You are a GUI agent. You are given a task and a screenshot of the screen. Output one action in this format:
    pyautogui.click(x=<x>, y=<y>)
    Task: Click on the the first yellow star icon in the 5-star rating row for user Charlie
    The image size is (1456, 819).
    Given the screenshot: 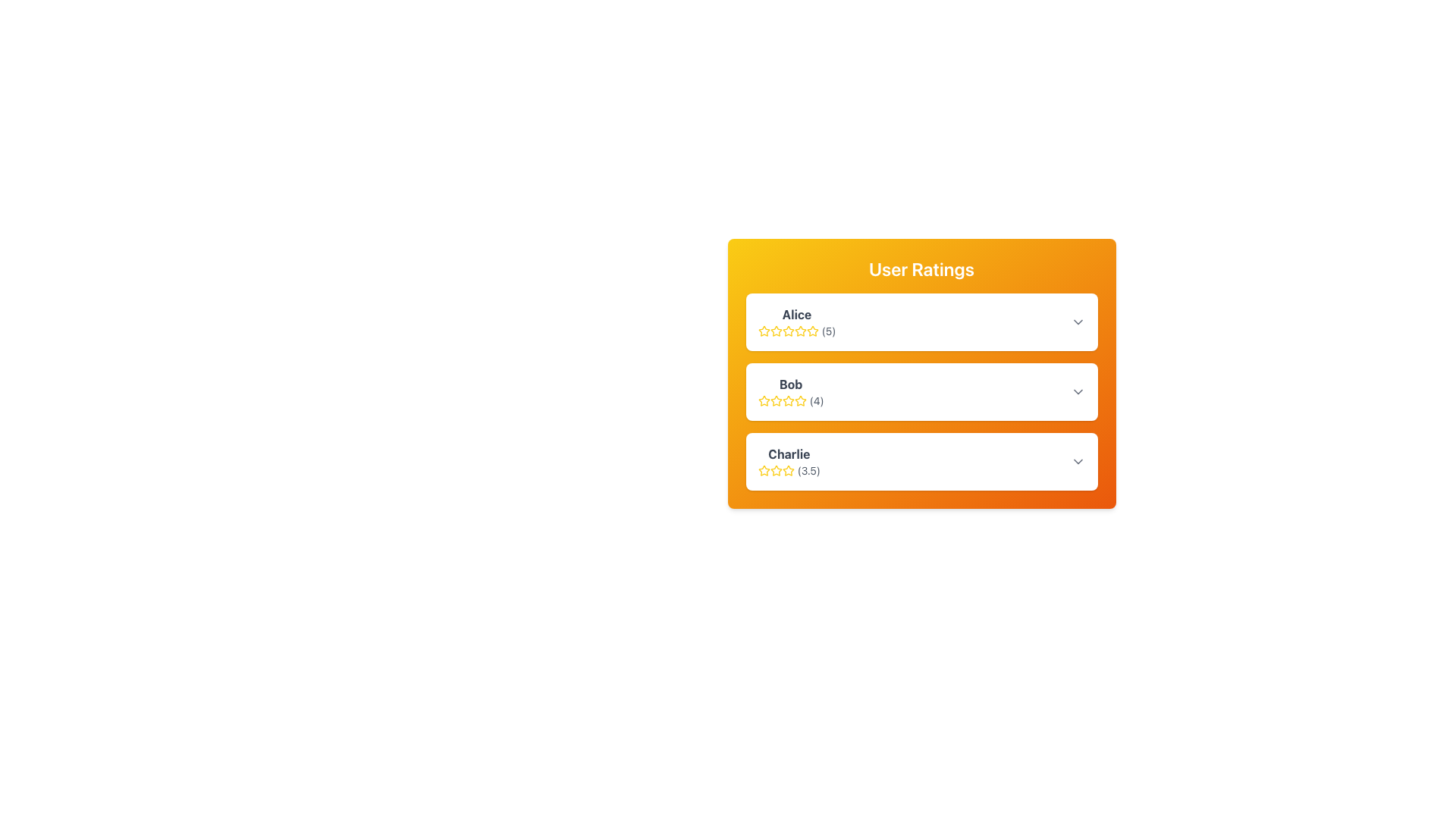 What is the action you would take?
    pyautogui.click(x=776, y=469)
    